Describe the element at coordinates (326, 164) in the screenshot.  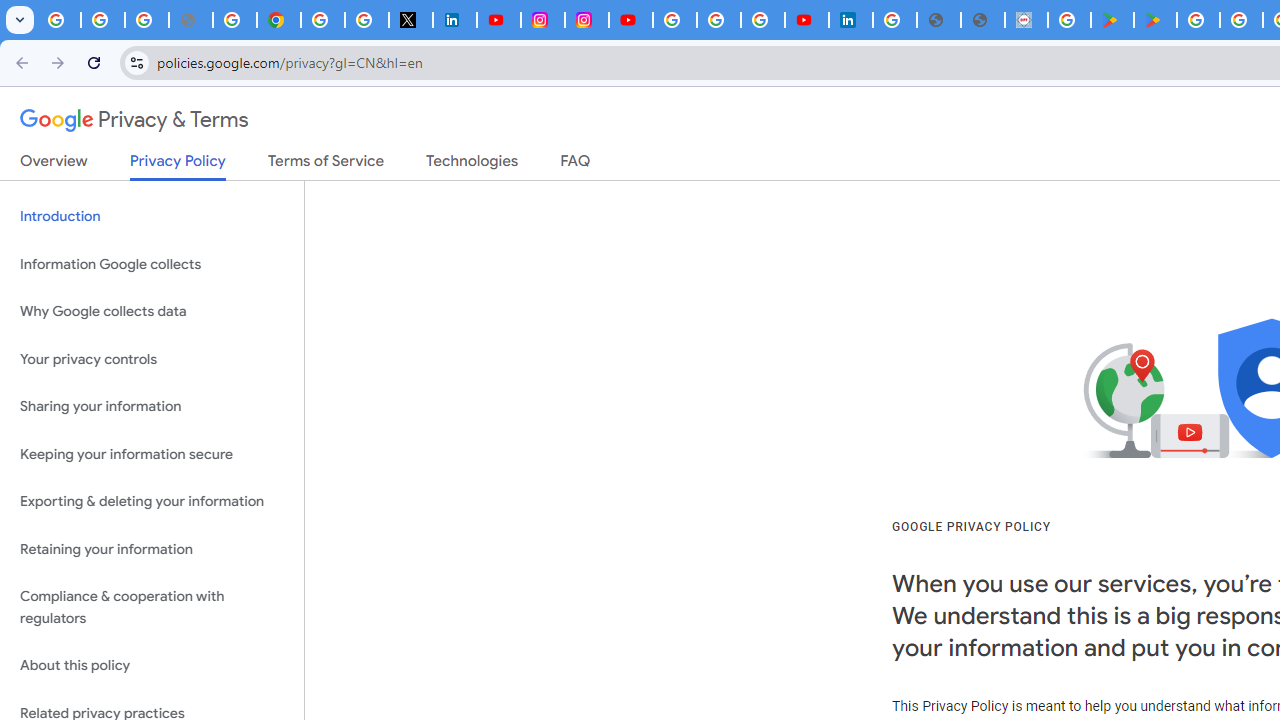
I see `'Terms of Service'` at that location.